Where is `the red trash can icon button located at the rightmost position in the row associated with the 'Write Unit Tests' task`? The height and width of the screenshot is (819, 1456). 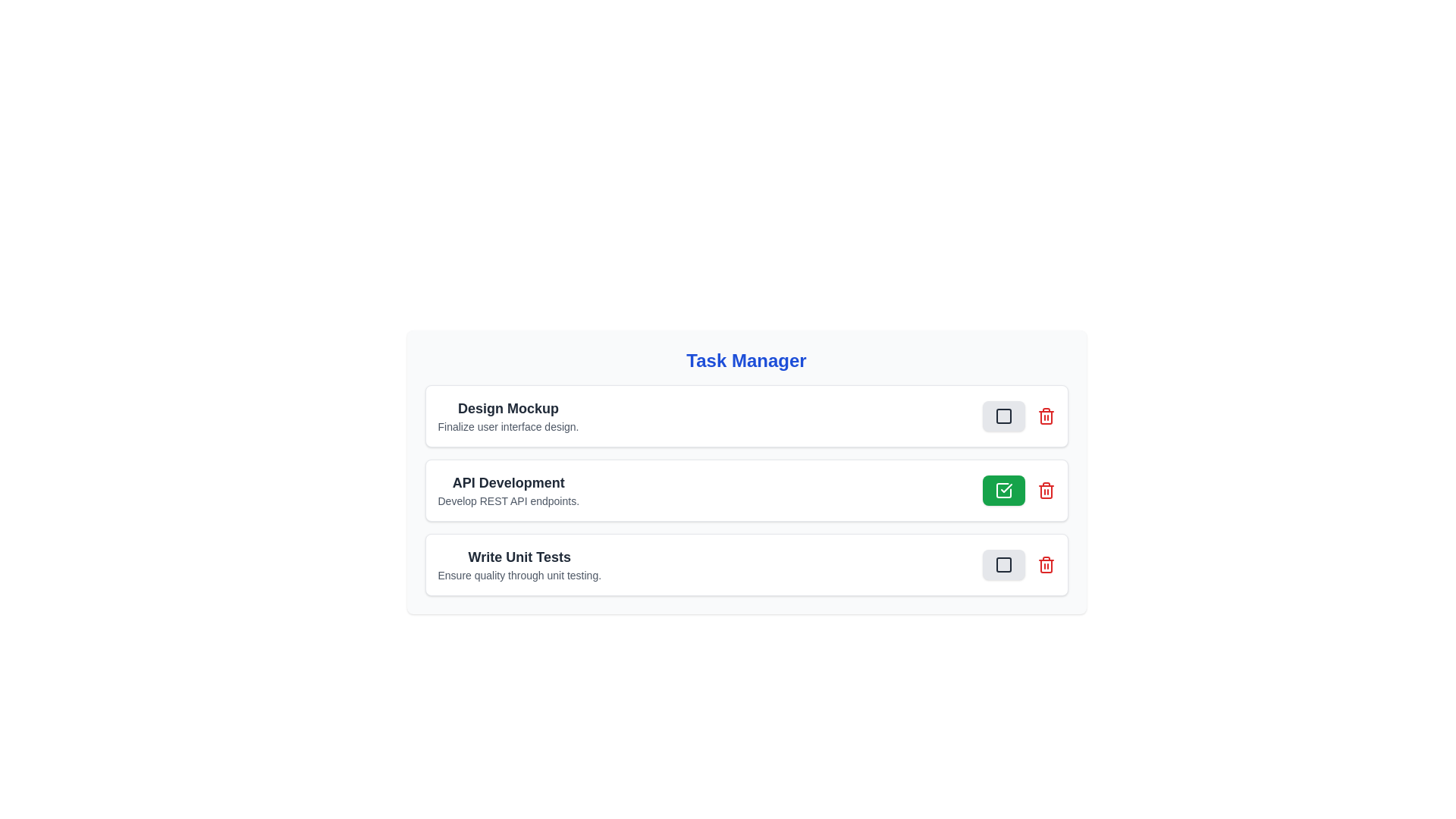
the red trash can icon button located at the rightmost position in the row associated with the 'Write Unit Tests' task is located at coordinates (1045, 564).